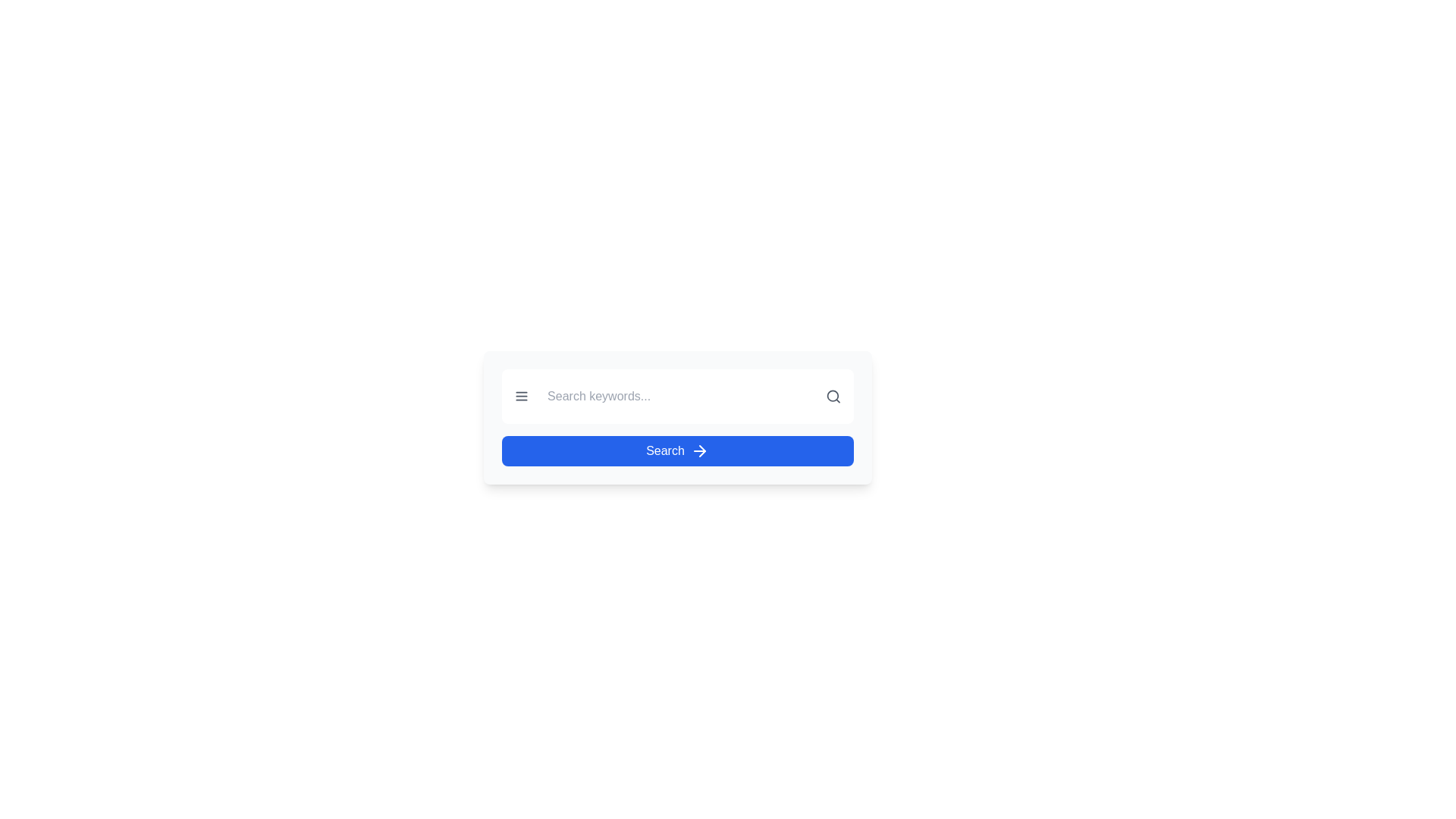 The height and width of the screenshot is (819, 1456). What do you see at coordinates (833, 396) in the screenshot?
I see `the gray magnifying glass icon located at the far right side of the search bar` at bounding box center [833, 396].